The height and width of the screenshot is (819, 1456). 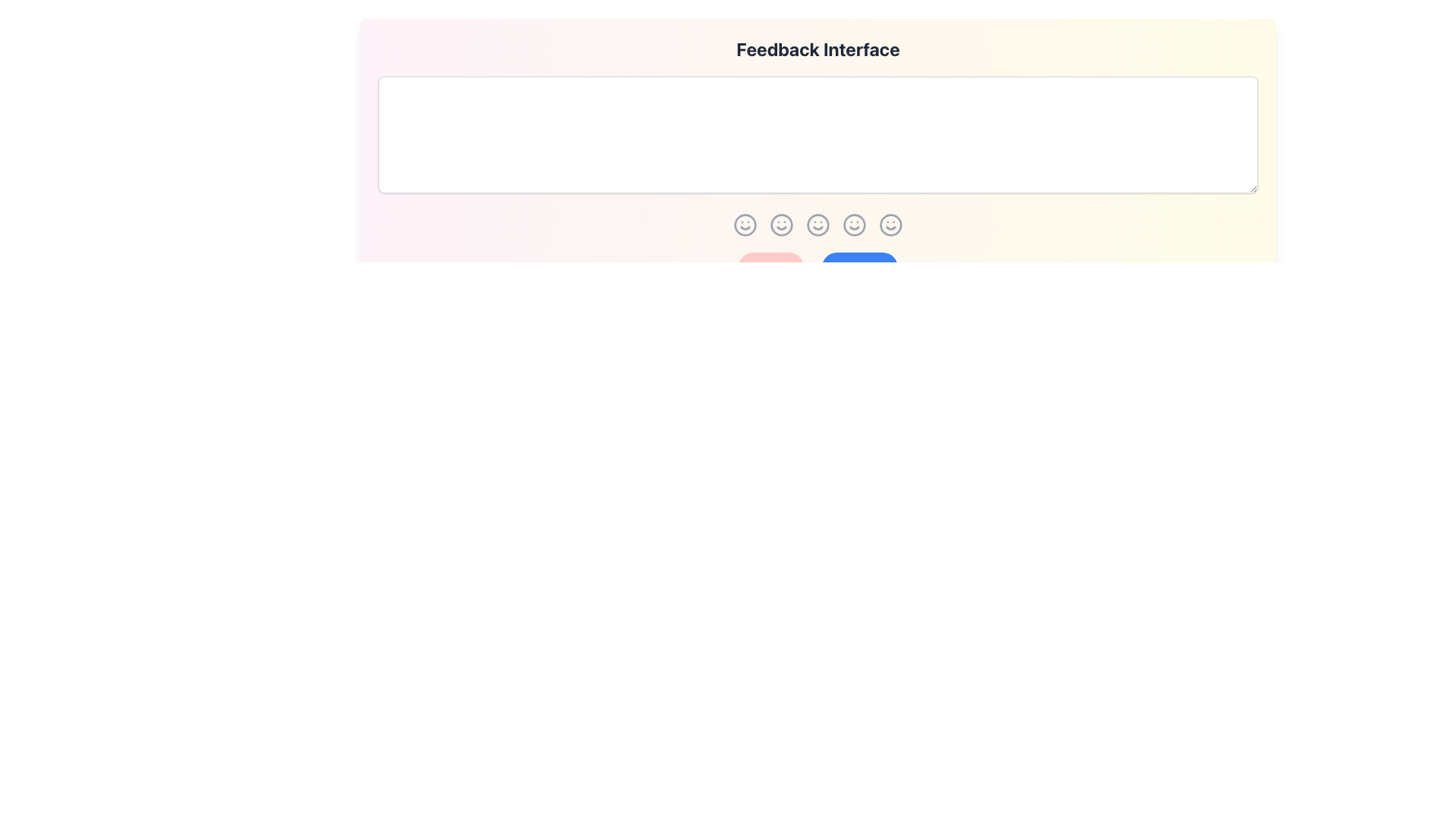 I want to click on the fourth smiley face icon in the rating system, so click(x=817, y=225).